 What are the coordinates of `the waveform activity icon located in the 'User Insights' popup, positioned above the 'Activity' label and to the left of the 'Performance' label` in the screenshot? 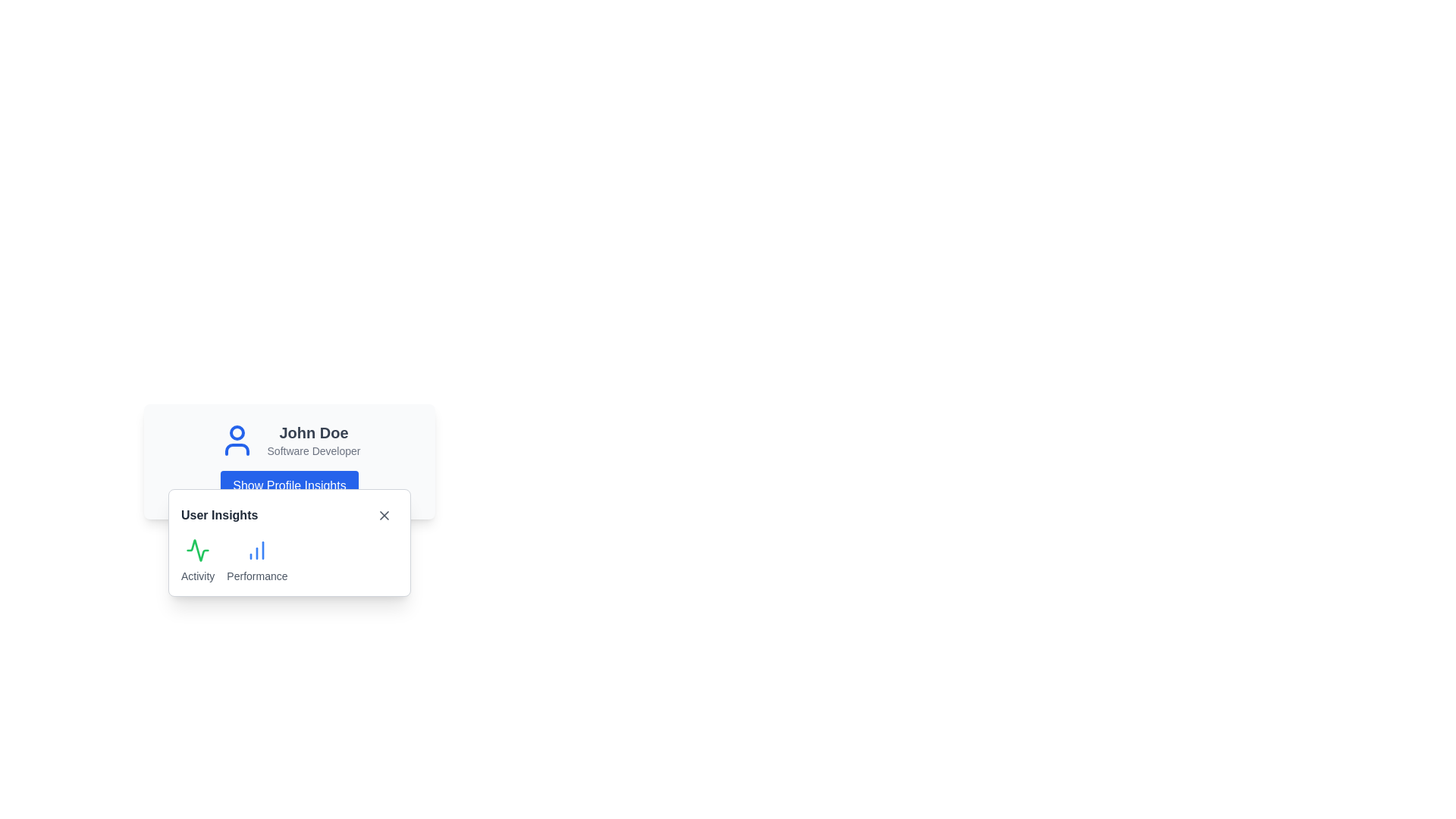 It's located at (197, 550).